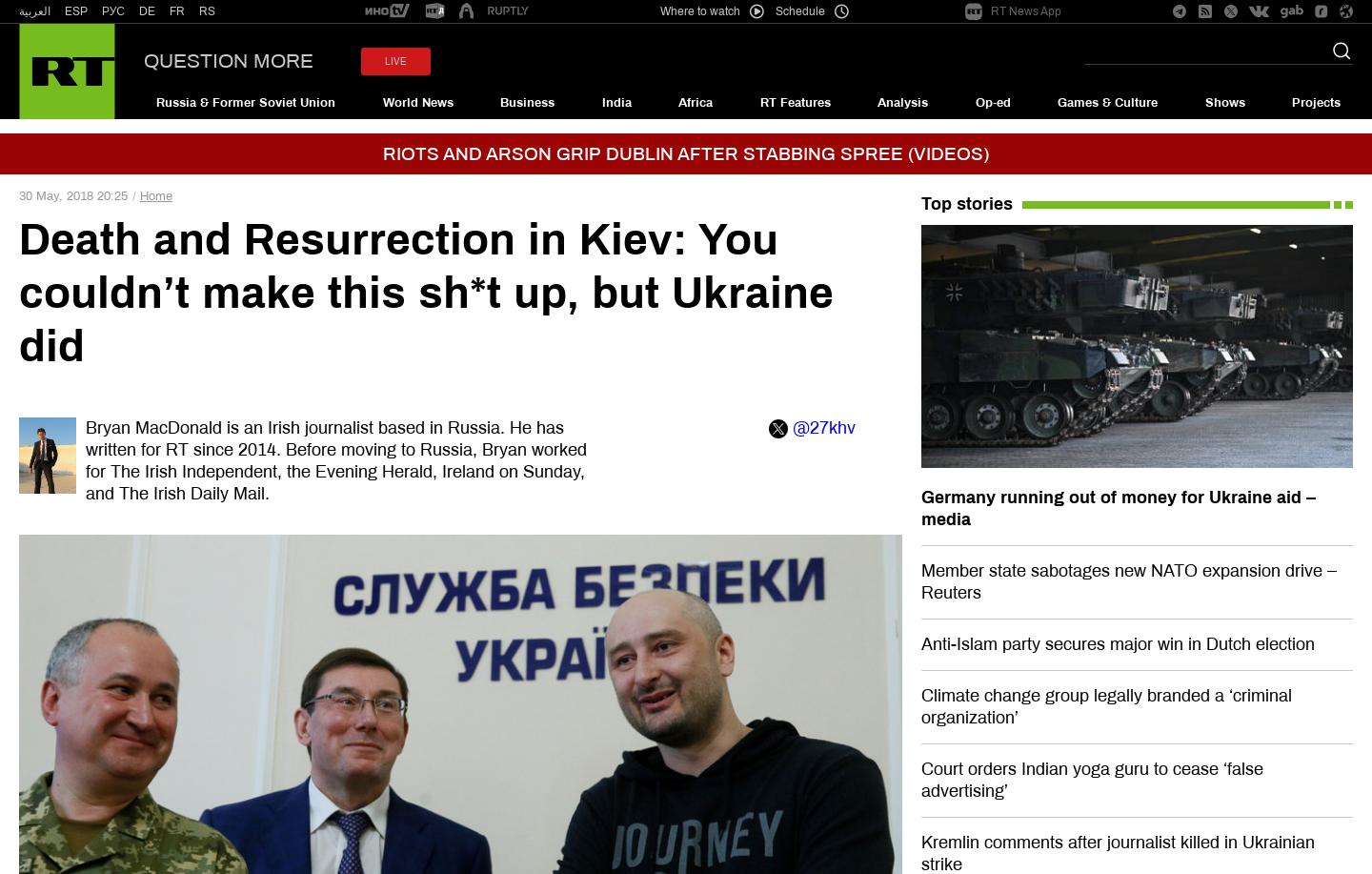 The image size is (1372, 874). I want to click on 'India', so click(600, 101).